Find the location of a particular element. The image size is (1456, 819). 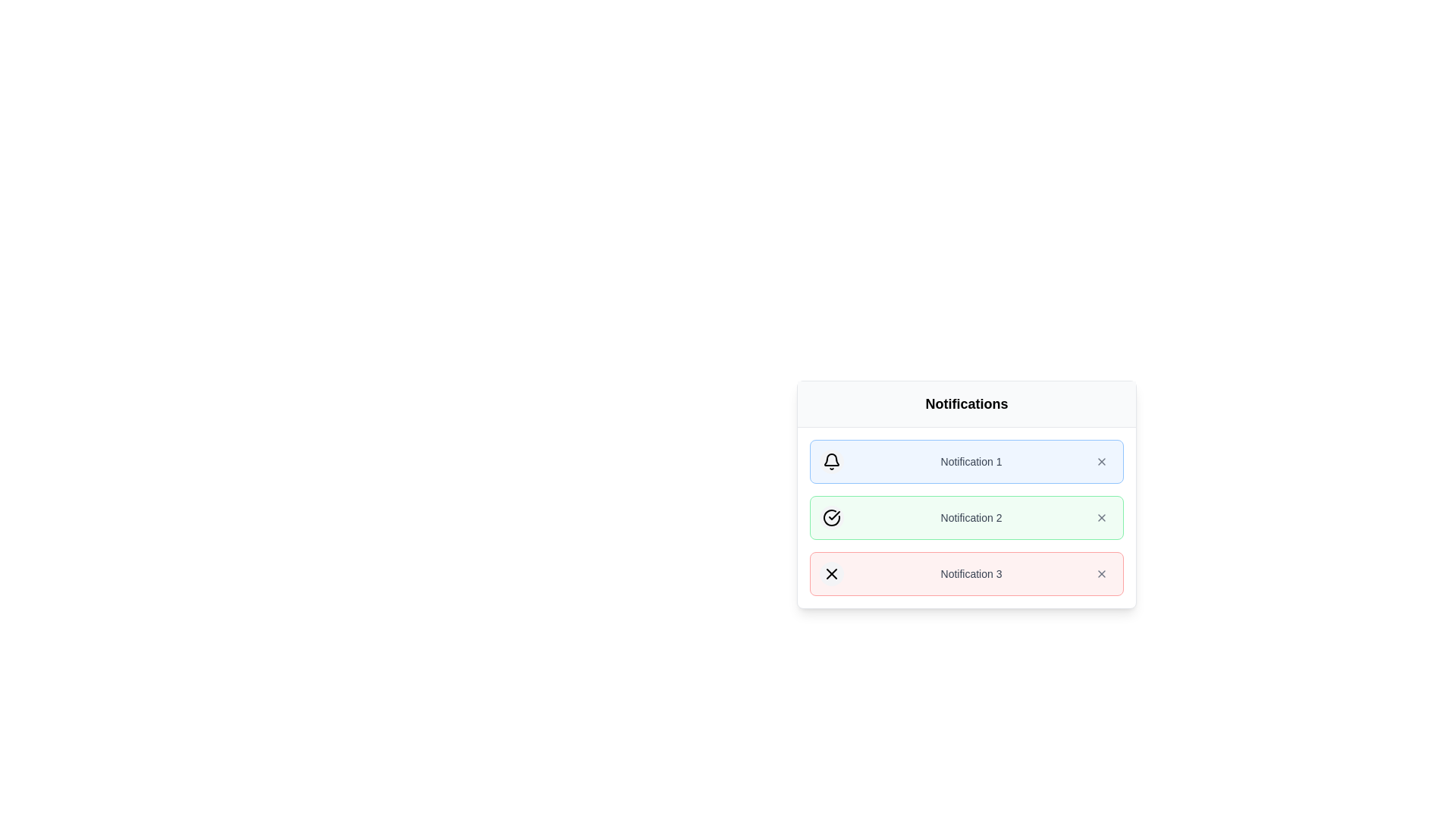

the 'X' mark SVG icon, which is styled with thin strokes and located within a gray circle at the start of the third notification card labeled 'Notification 3' is located at coordinates (831, 573).